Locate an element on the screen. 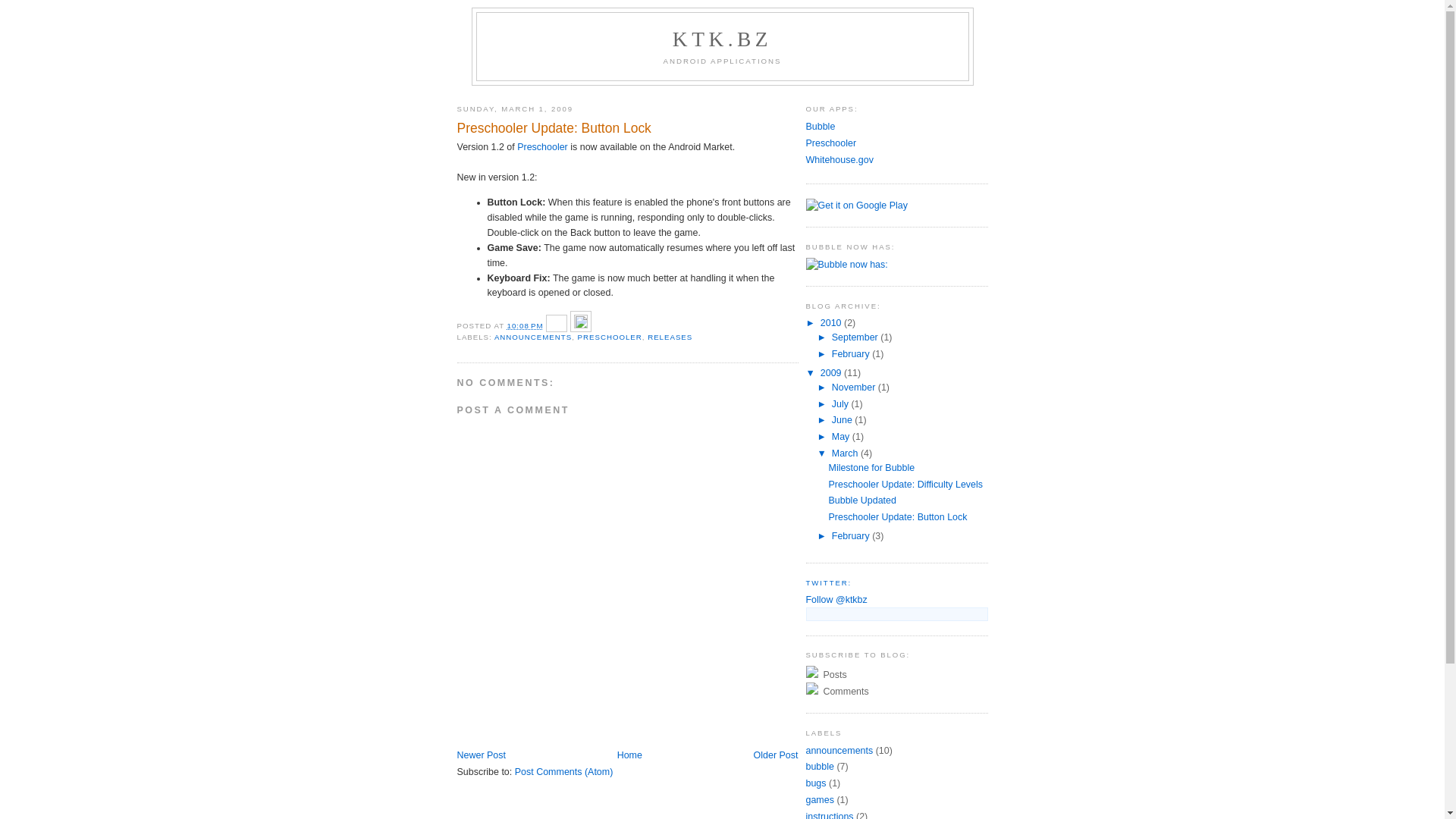 Image resolution: width=1456 pixels, height=819 pixels. 'Preschooler' is located at coordinates (830, 143).